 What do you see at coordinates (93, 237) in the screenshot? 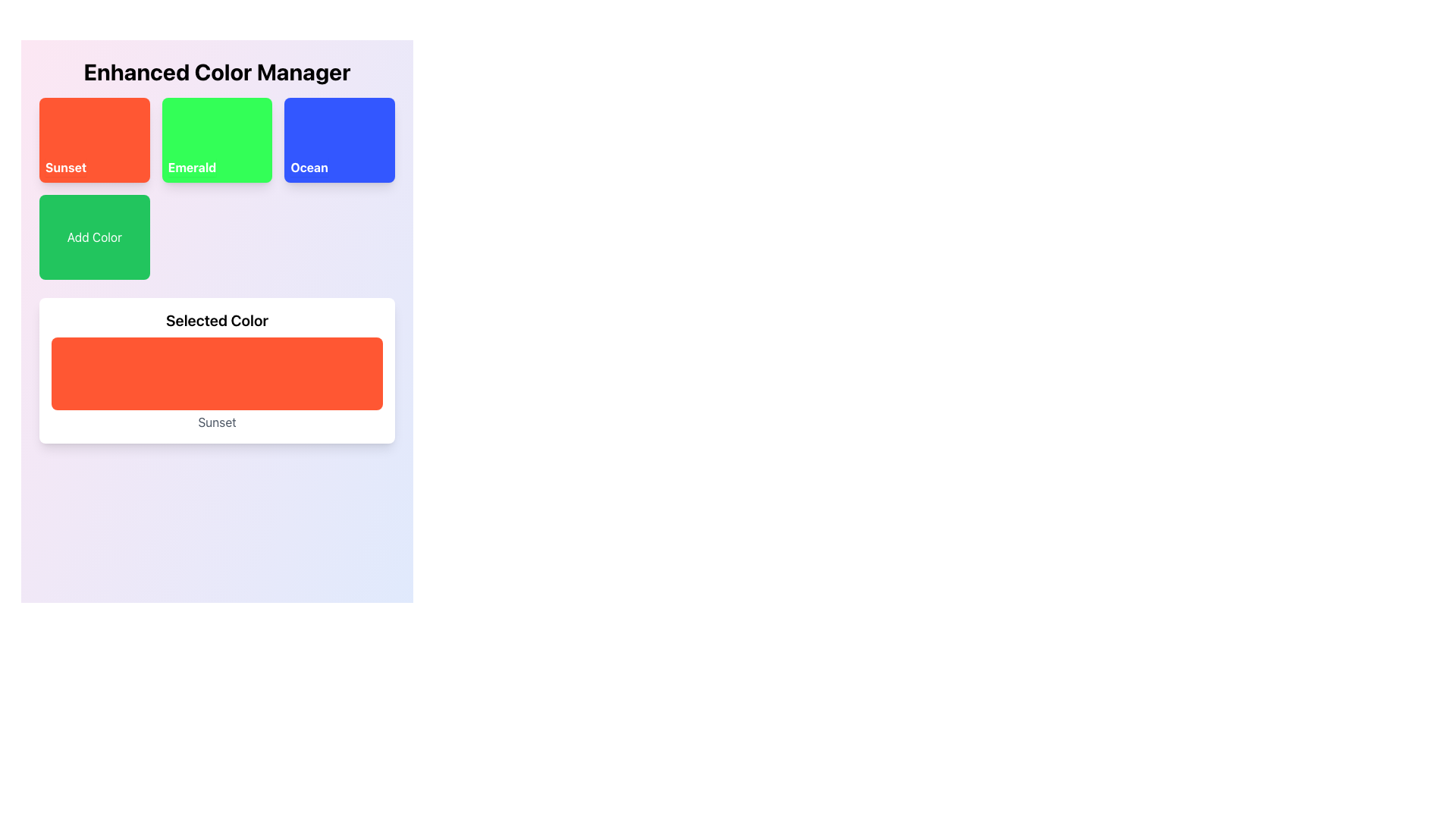
I see `the button located in the first column of the second row of the grid beneath the 'Sunset' box` at bounding box center [93, 237].